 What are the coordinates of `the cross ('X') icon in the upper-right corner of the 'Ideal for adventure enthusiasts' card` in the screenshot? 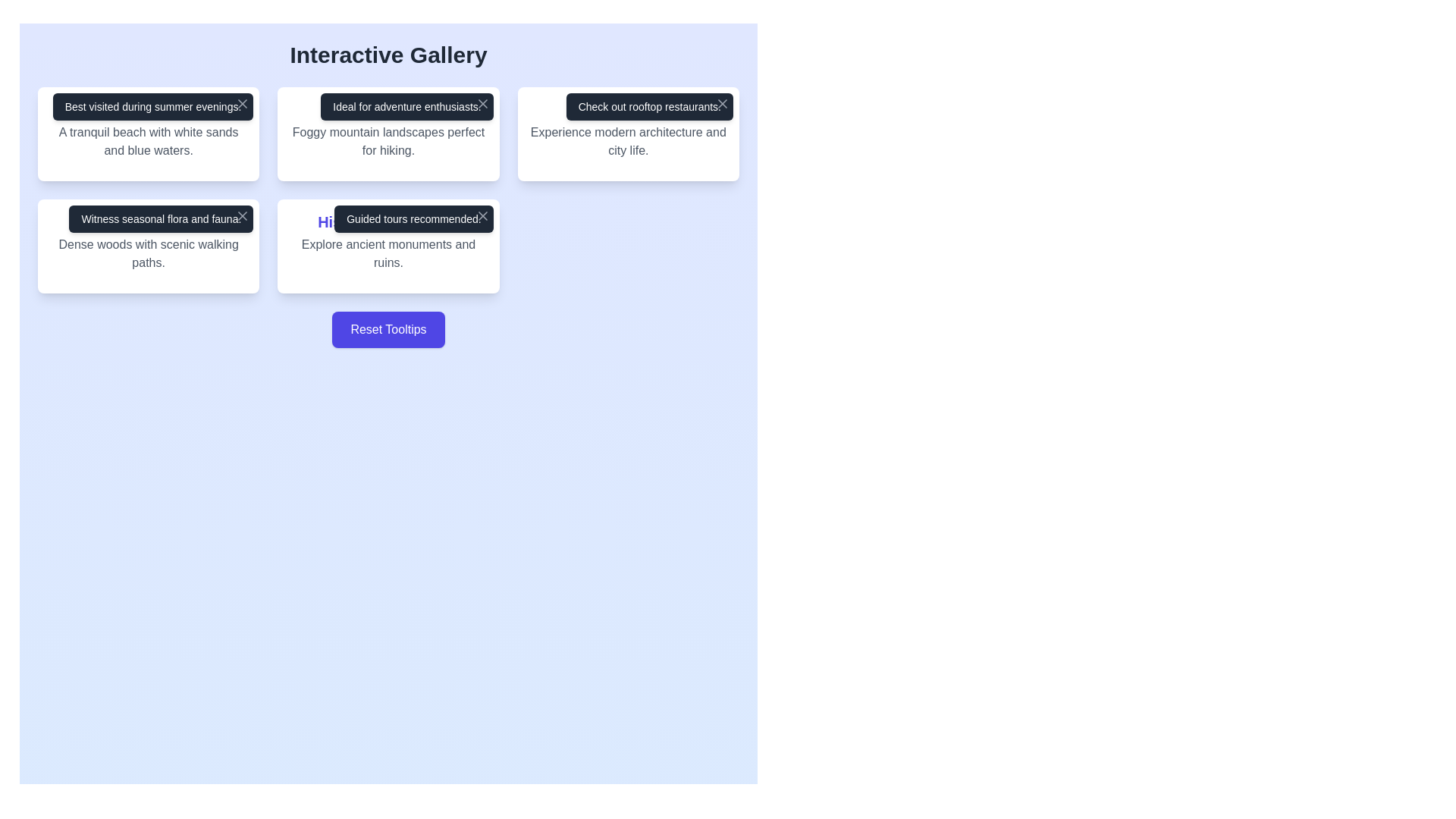 It's located at (482, 103).